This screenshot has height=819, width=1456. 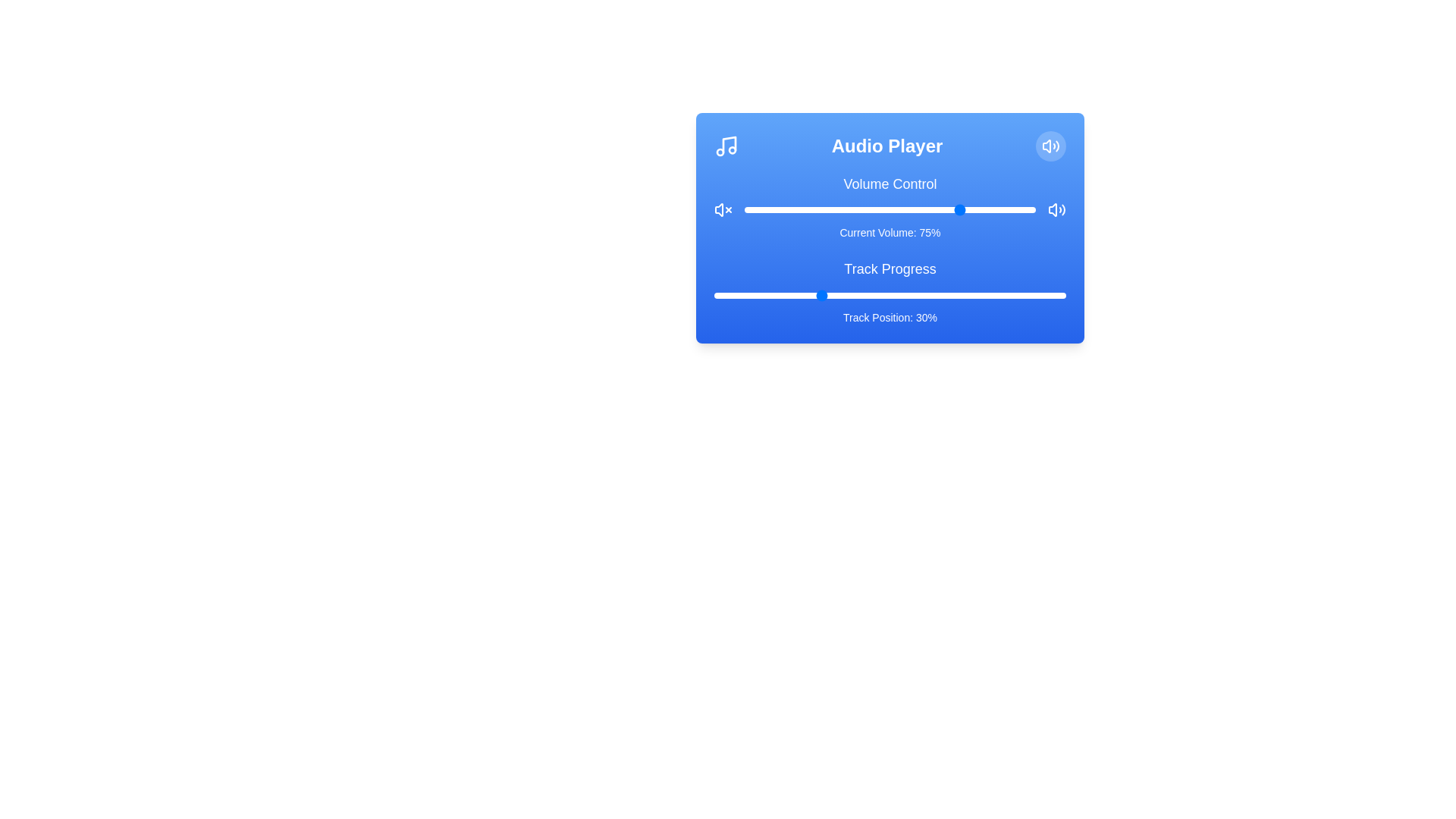 I want to click on the 'Audio Player' text label, which is styled in bold and large font at the top center of a light blue rectangle in the audio player interface, so click(x=887, y=146).